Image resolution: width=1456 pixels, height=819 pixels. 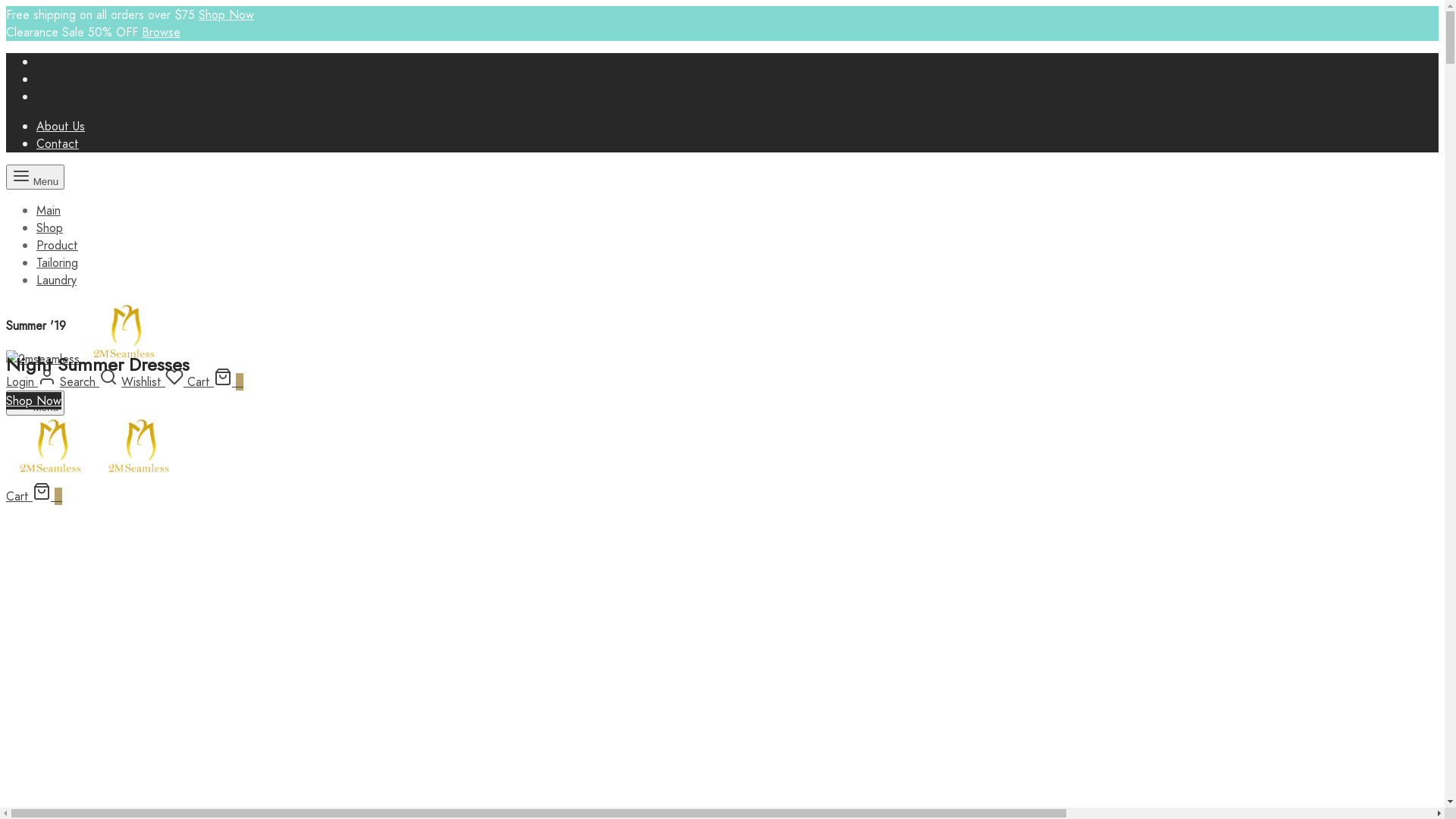 What do you see at coordinates (36, 227) in the screenshot?
I see `'Shop'` at bounding box center [36, 227].